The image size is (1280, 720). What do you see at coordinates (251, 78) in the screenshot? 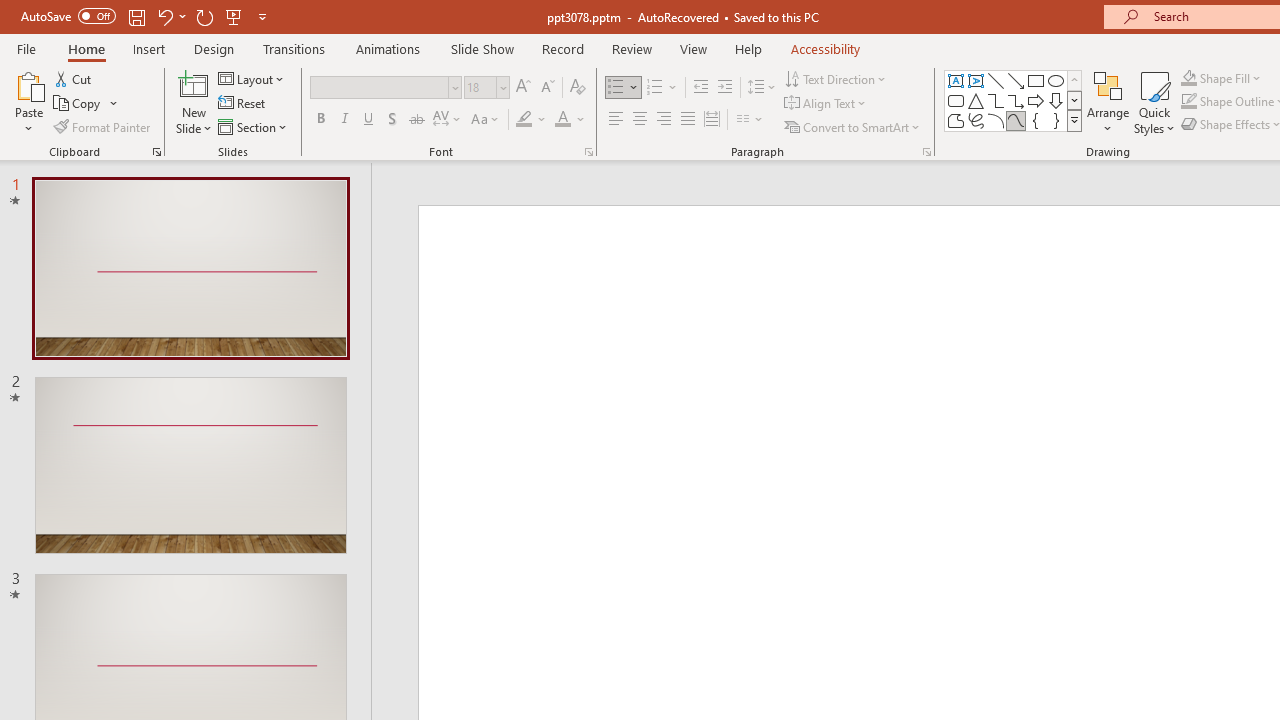
I see `'Layout'` at bounding box center [251, 78].